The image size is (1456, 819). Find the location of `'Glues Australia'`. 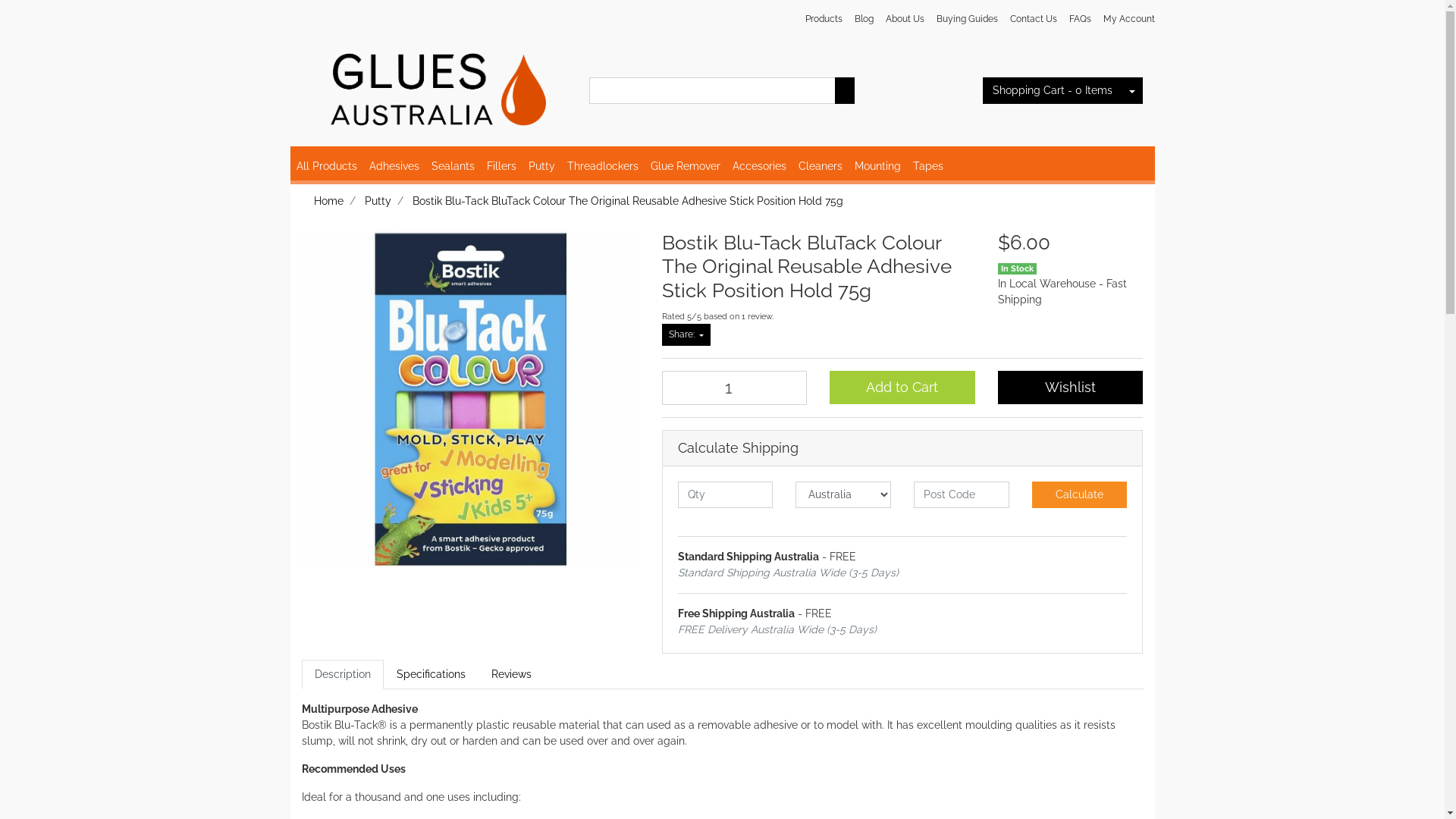

'Glues Australia' is located at coordinates (433, 83).